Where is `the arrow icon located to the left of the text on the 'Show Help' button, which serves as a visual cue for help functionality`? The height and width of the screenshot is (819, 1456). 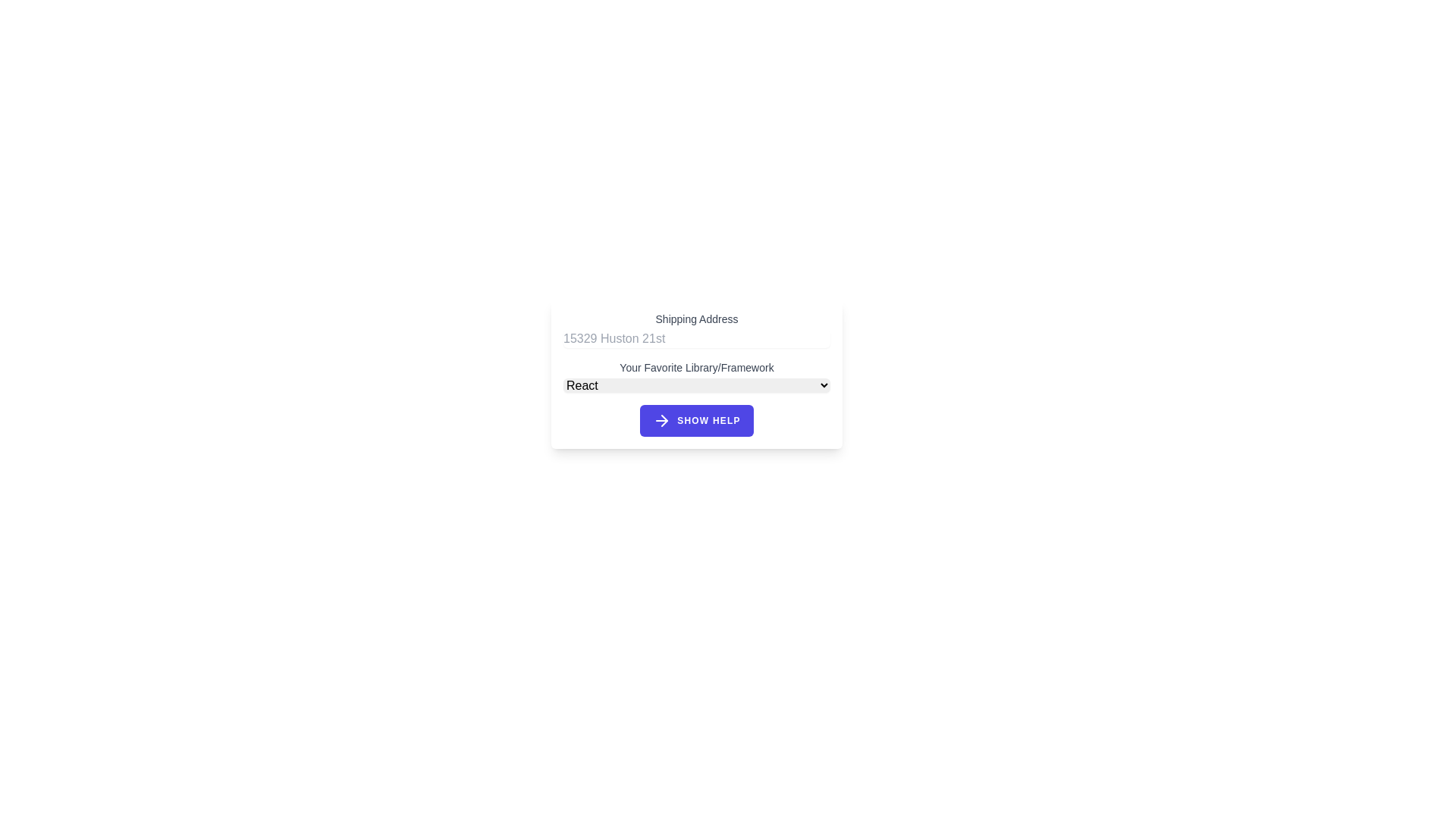
the arrow icon located to the left of the text on the 'Show Help' button, which serves as a visual cue for help functionality is located at coordinates (662, 421).